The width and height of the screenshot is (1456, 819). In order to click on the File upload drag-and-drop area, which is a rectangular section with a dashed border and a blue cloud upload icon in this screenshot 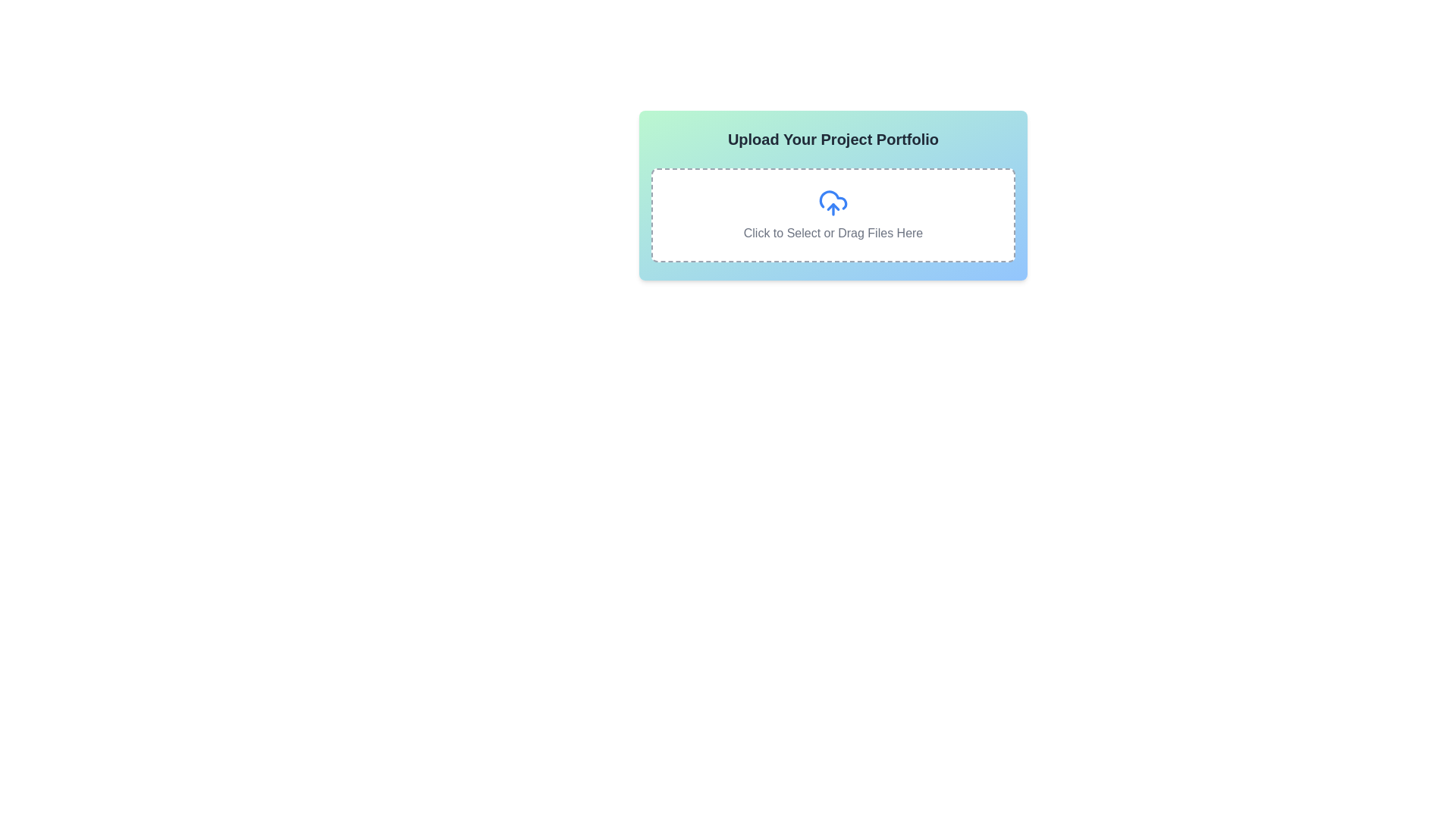, I will do `click(833, 215)`.